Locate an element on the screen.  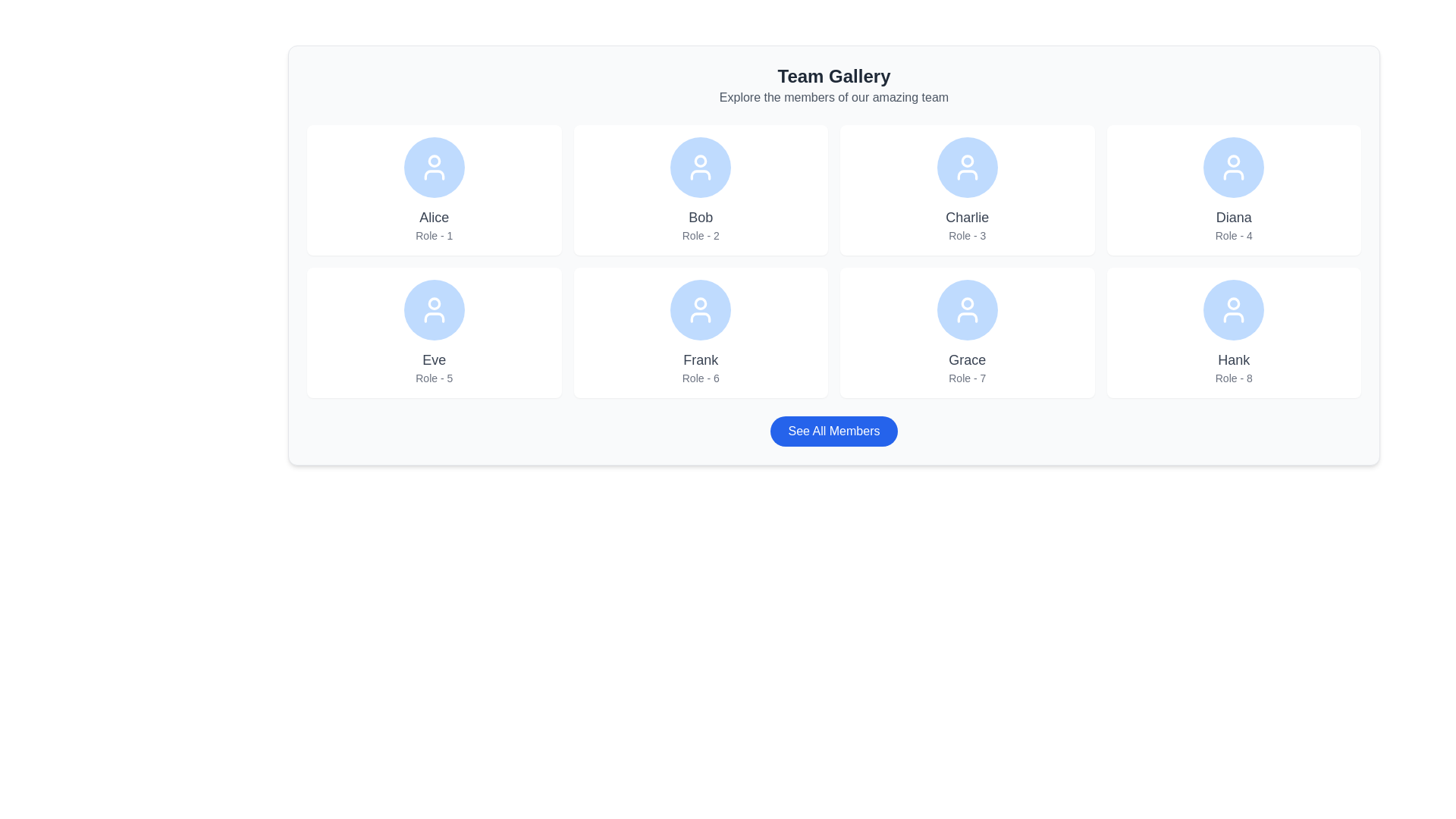
the main title text label for the gallery of team members, which is centered horizontally at the top of the visible content area is located at coordinates (833, 76).